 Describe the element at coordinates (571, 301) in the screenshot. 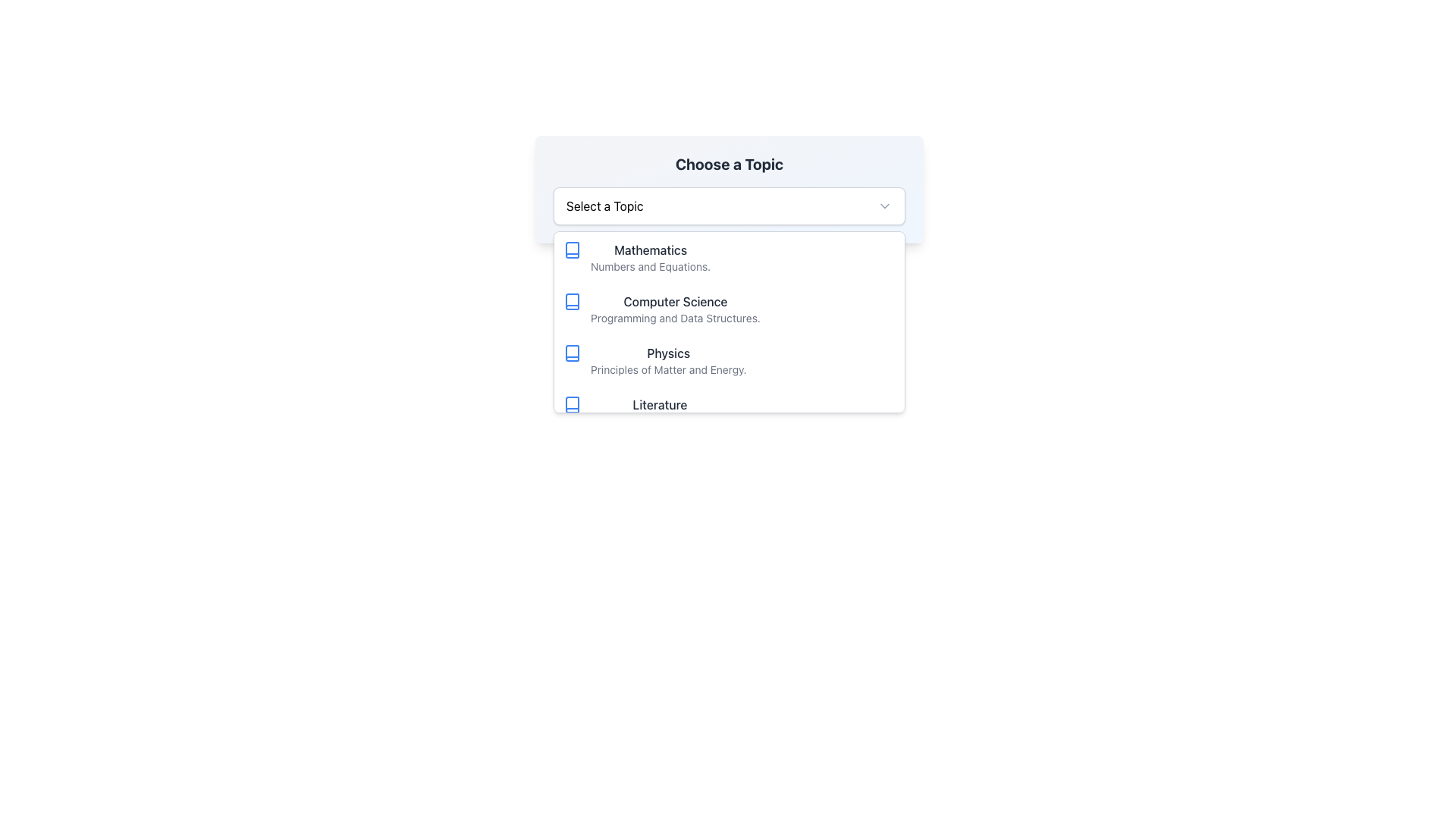

I see `the blue book icon located at the beginning of the second row in the dropdown list, adjacent to the text 'Computer Science' and above 'Programming and Data Structures.'` at that location.